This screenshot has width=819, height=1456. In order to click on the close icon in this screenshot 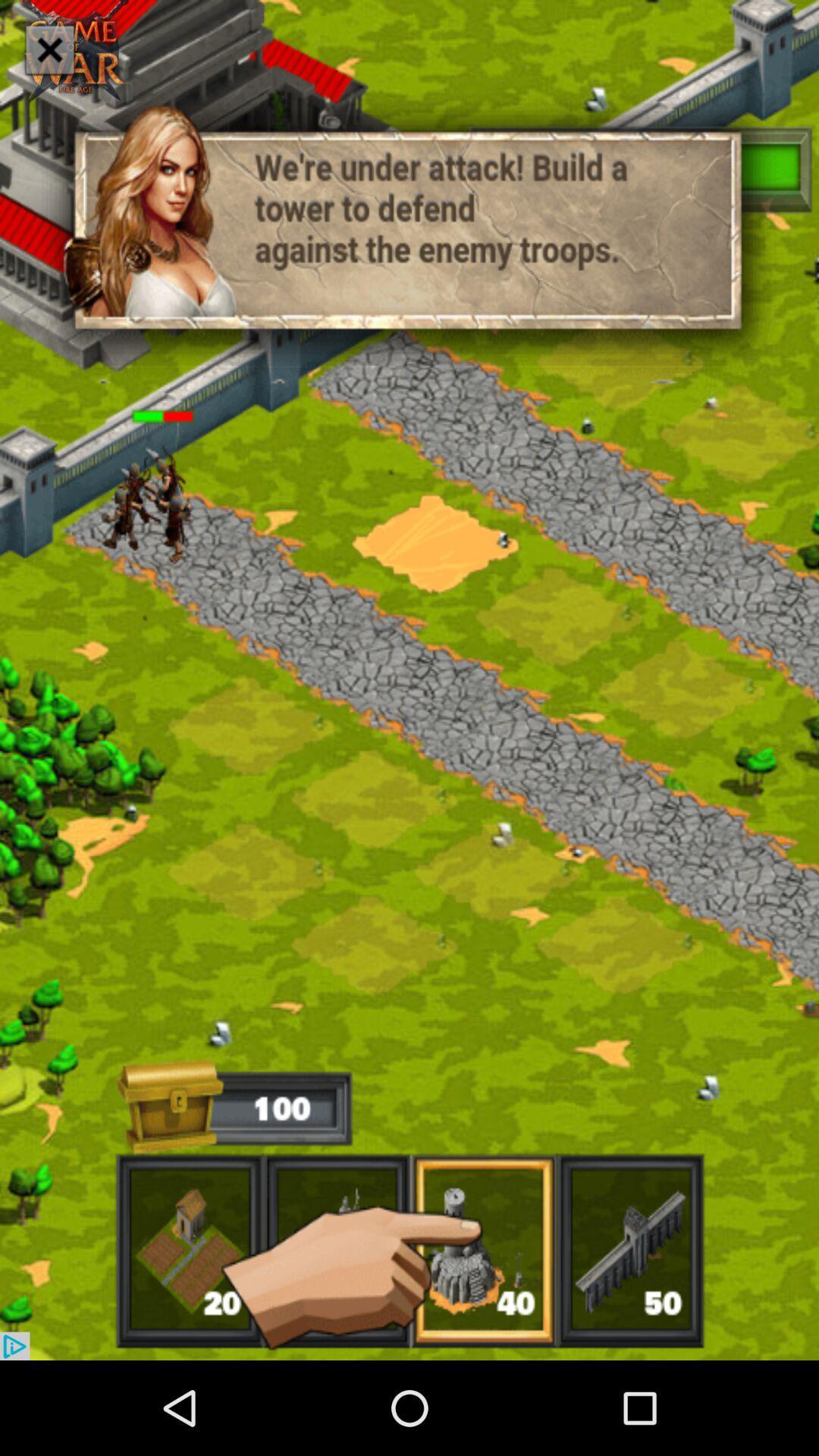, I will do `click(49, 53)`.